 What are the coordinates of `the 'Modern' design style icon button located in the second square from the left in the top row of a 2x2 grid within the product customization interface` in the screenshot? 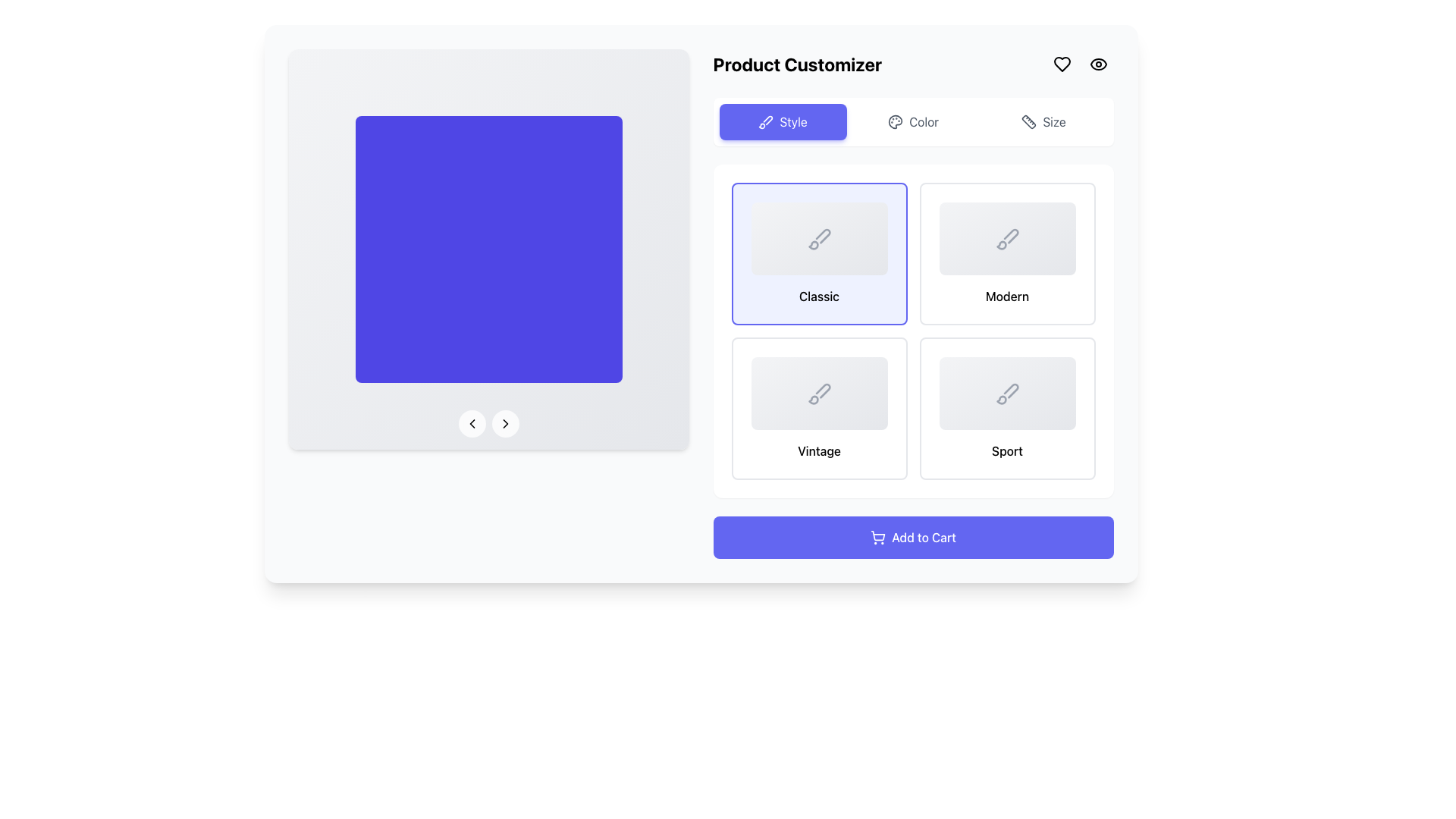 It's located at (1007, 239).